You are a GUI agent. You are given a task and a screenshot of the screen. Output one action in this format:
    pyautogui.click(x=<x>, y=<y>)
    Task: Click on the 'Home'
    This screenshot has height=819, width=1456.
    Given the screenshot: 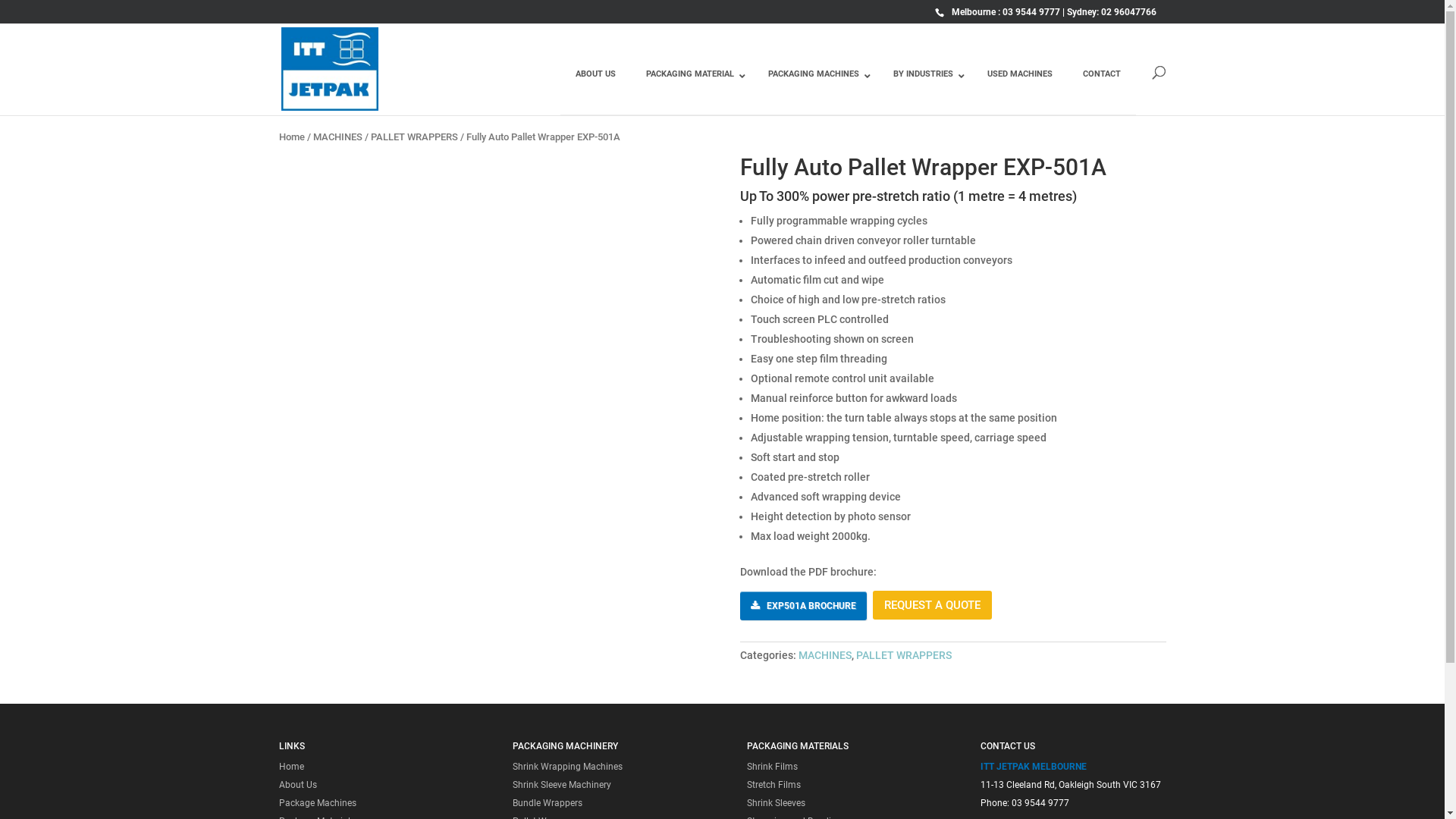 What is the action you would take?
    pyautogui.click(x=291, y=766)
    